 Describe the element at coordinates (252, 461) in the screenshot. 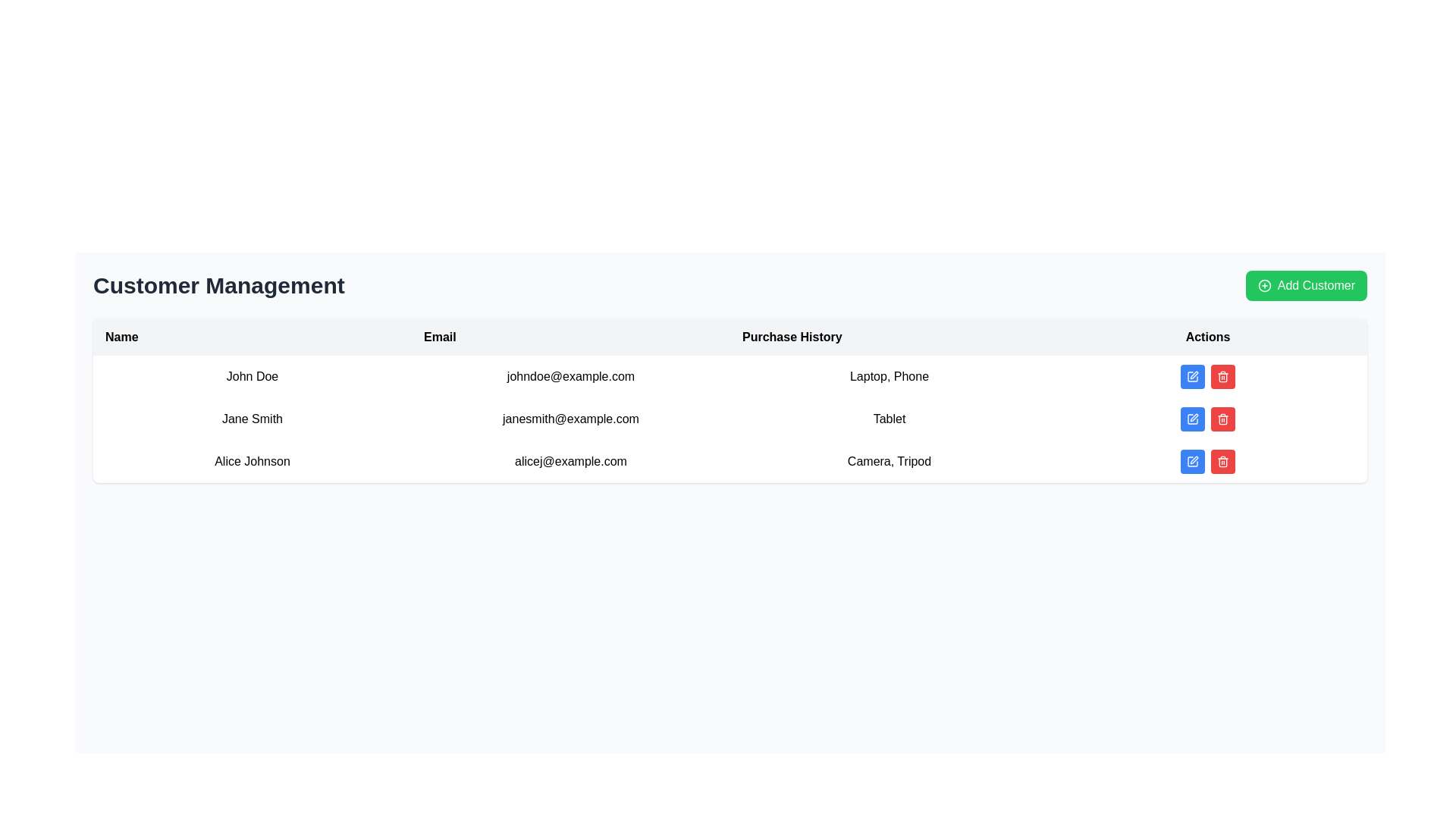

I see `the customer name displayed in the first column of the third row in the 'Customer Management' table to focus on the row` at that location.